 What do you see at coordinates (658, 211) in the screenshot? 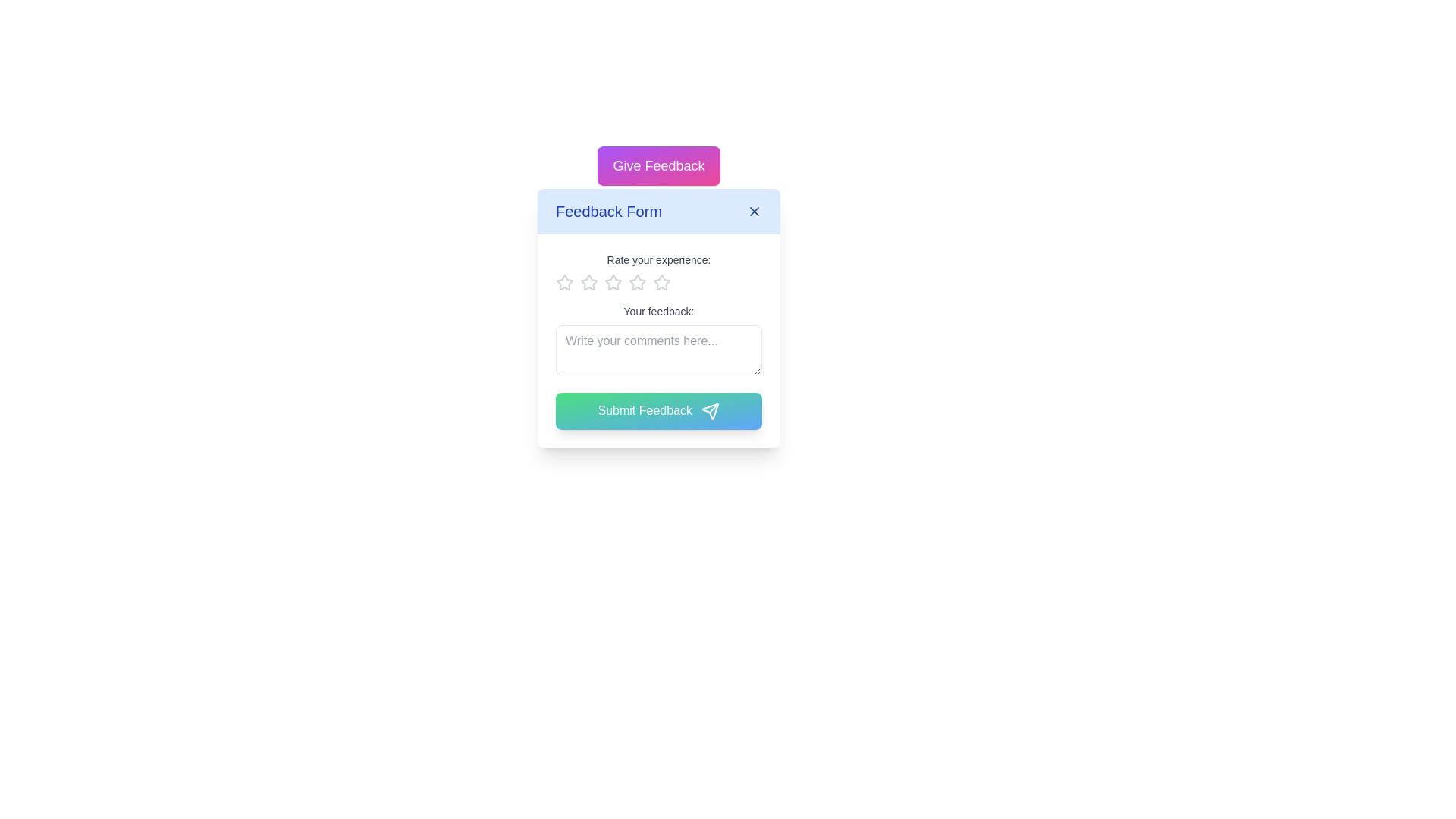
I see `the Header bar of the feedback form dialog that displays 'Feedback Form' to trigger the tooltip` at bounding box center [658, 211].